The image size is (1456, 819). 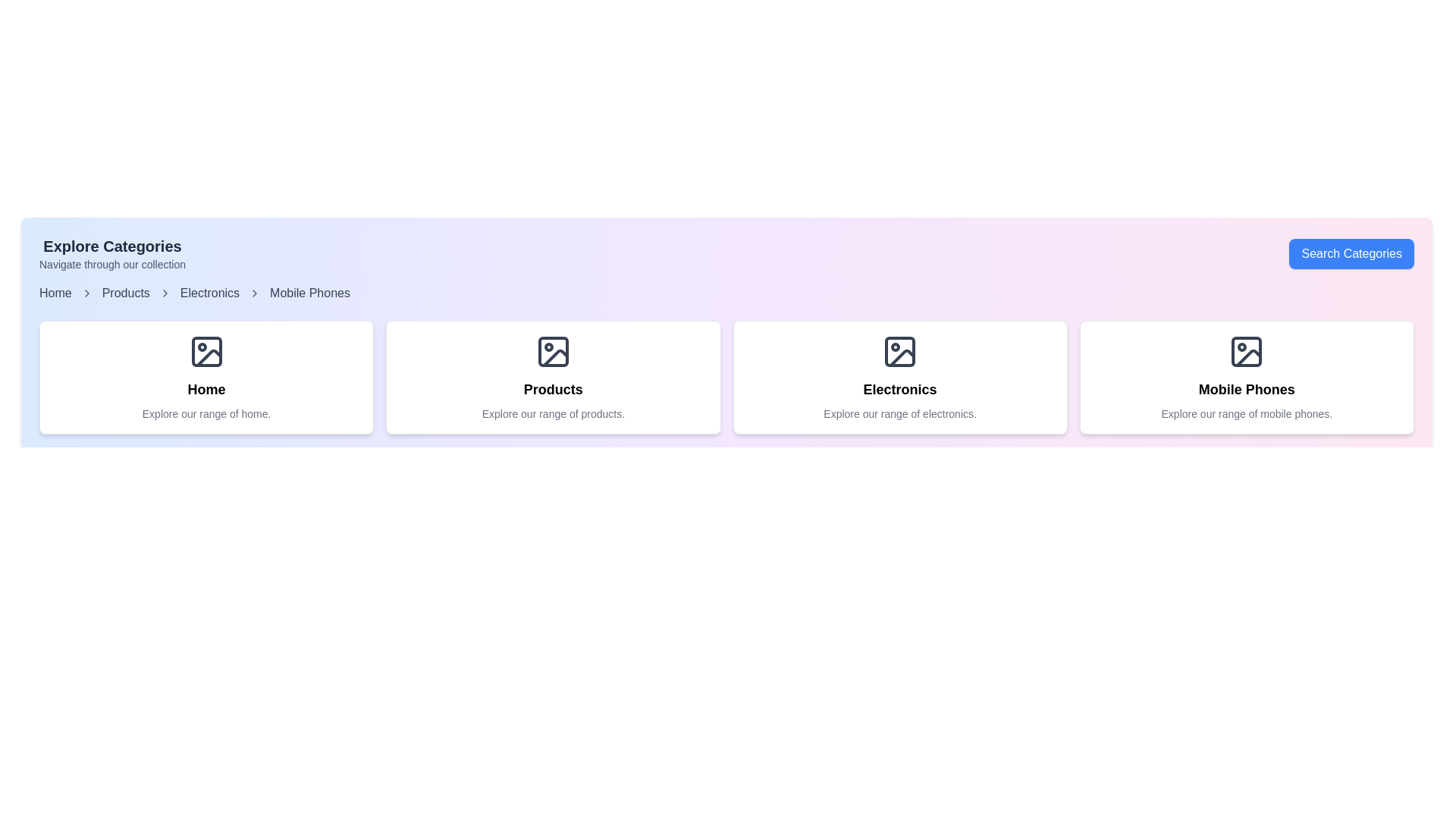 I want to click on text label that is a centered heading styled with a bold font, reading 'Mobile Phones', located at the bottom center of a card layout, so click(x=1247, y=388).